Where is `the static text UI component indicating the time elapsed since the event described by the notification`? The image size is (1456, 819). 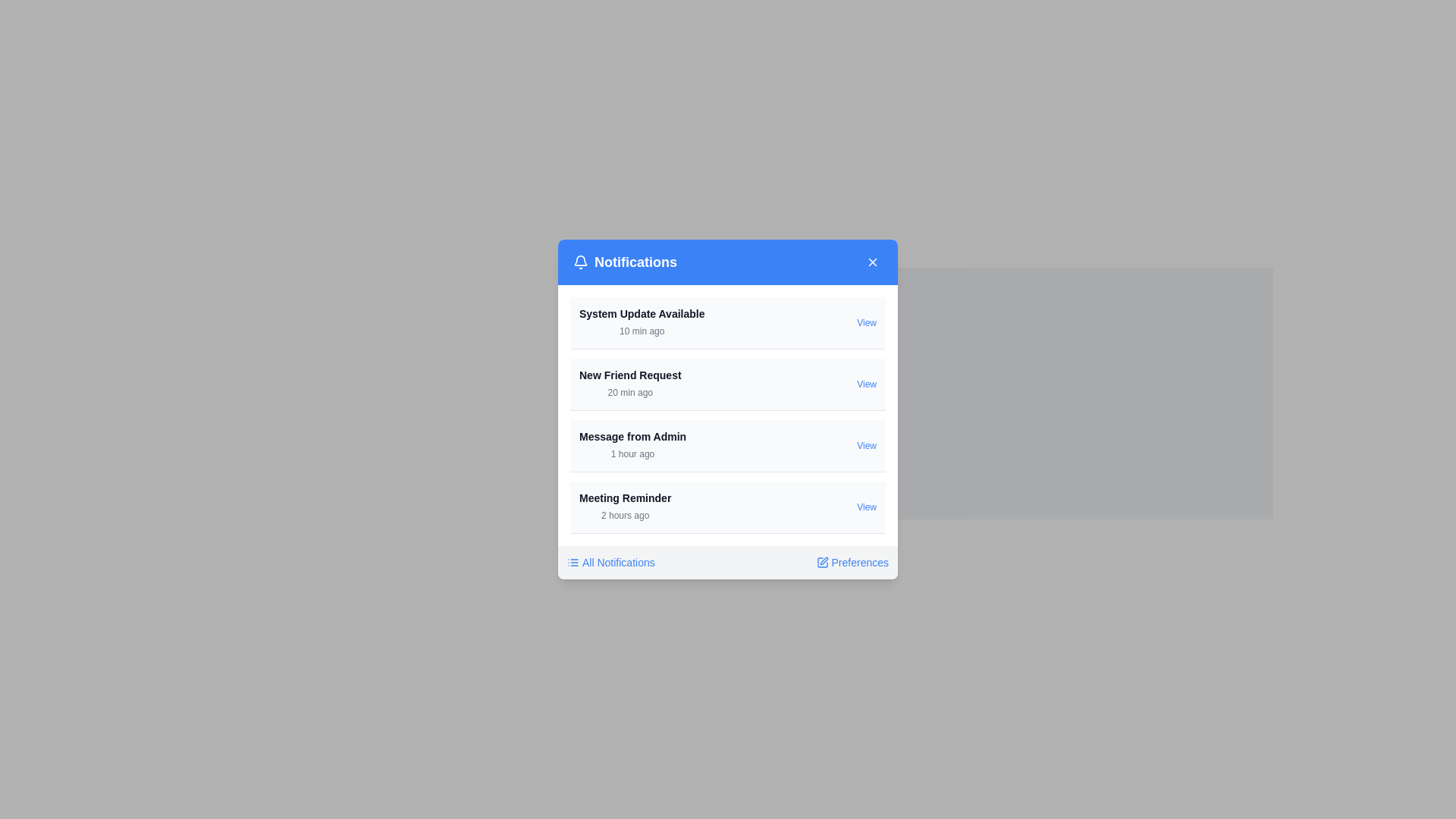
the static text UI component indicating the time elapsed since the event described by the notification is located at coordinates (642, 330).